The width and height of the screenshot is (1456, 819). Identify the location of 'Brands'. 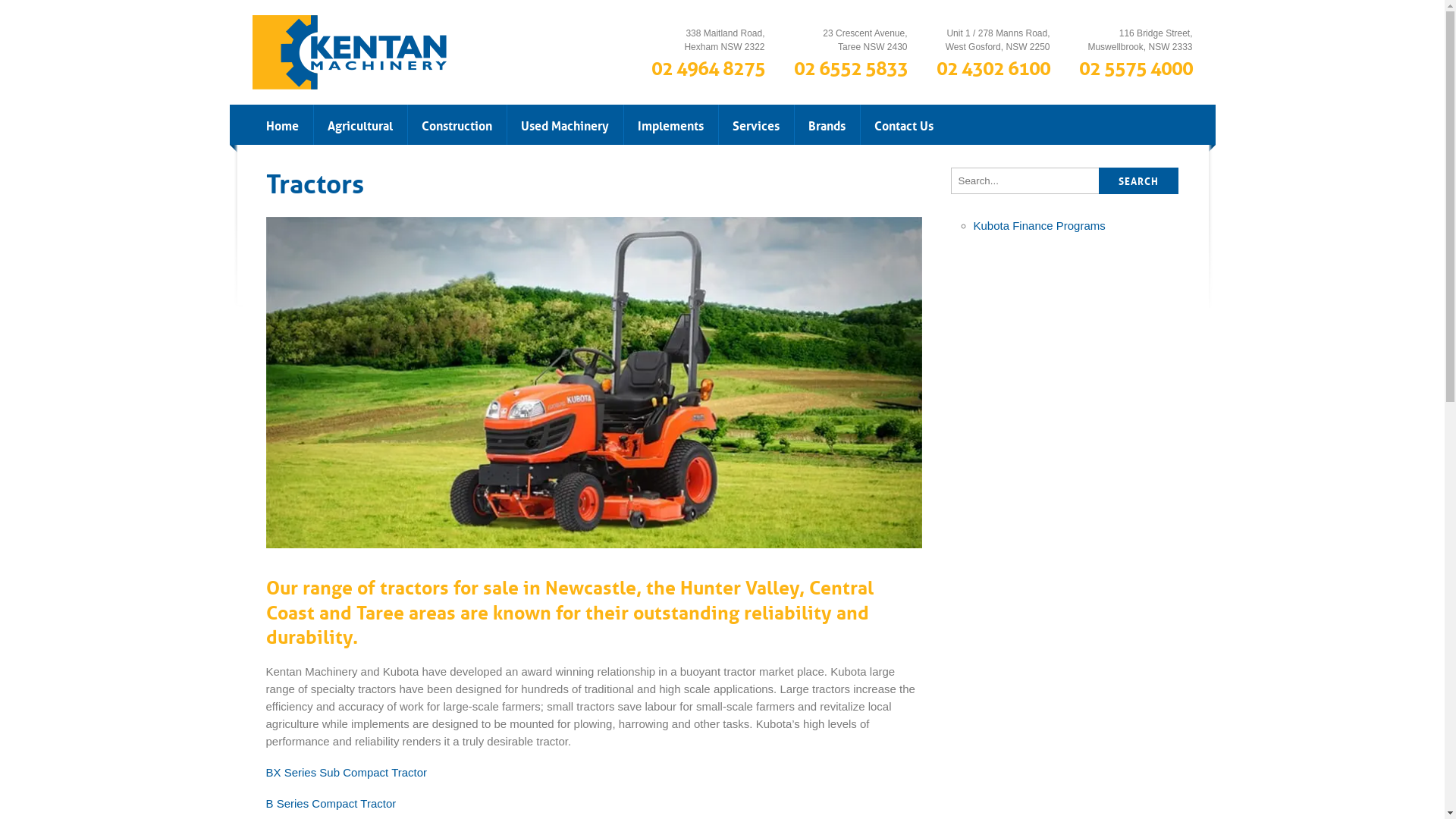
(825, 124).